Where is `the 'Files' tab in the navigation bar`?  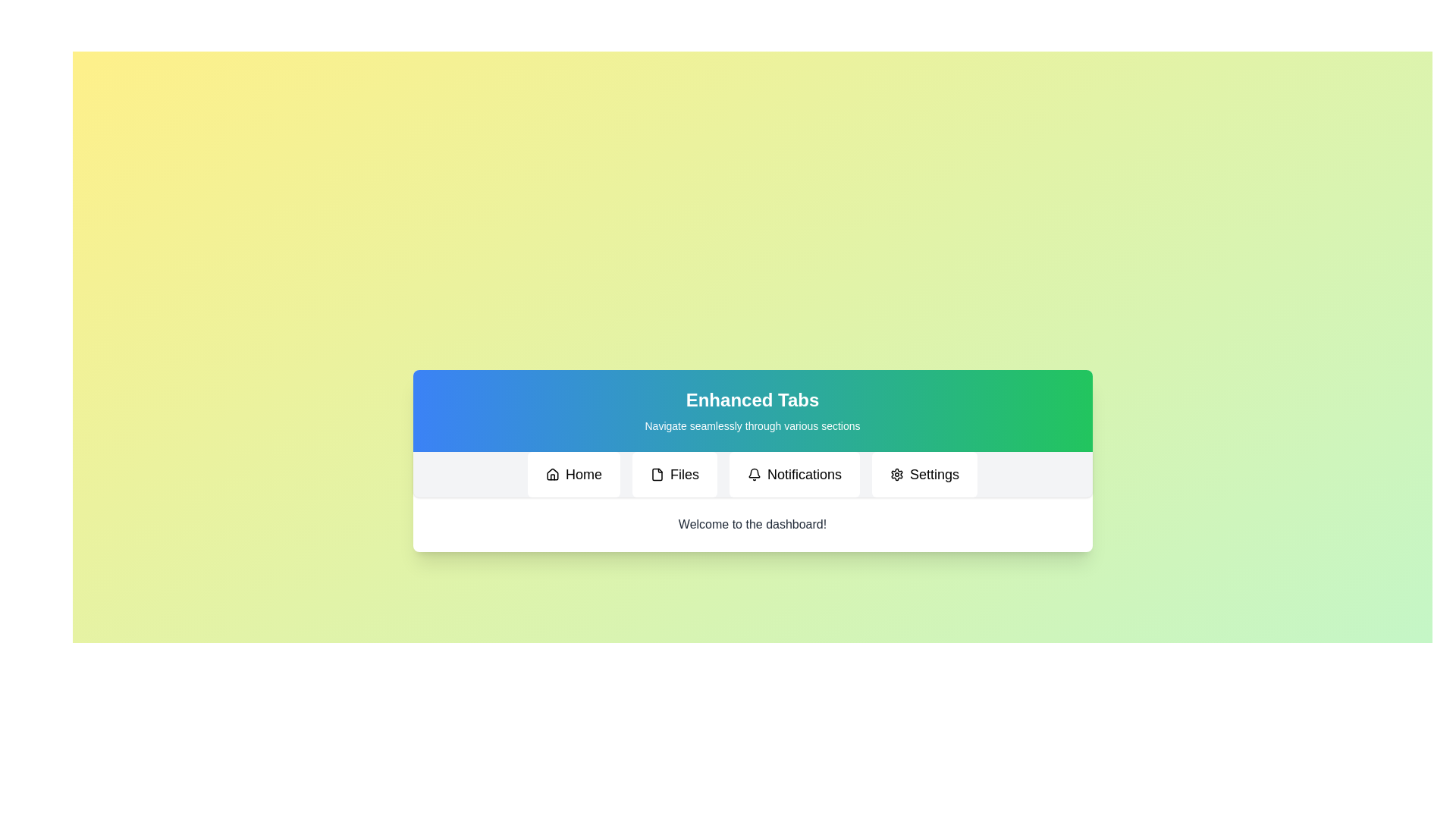 the 'Files' tab in the navigation bar is located at coordinates (673, 473).